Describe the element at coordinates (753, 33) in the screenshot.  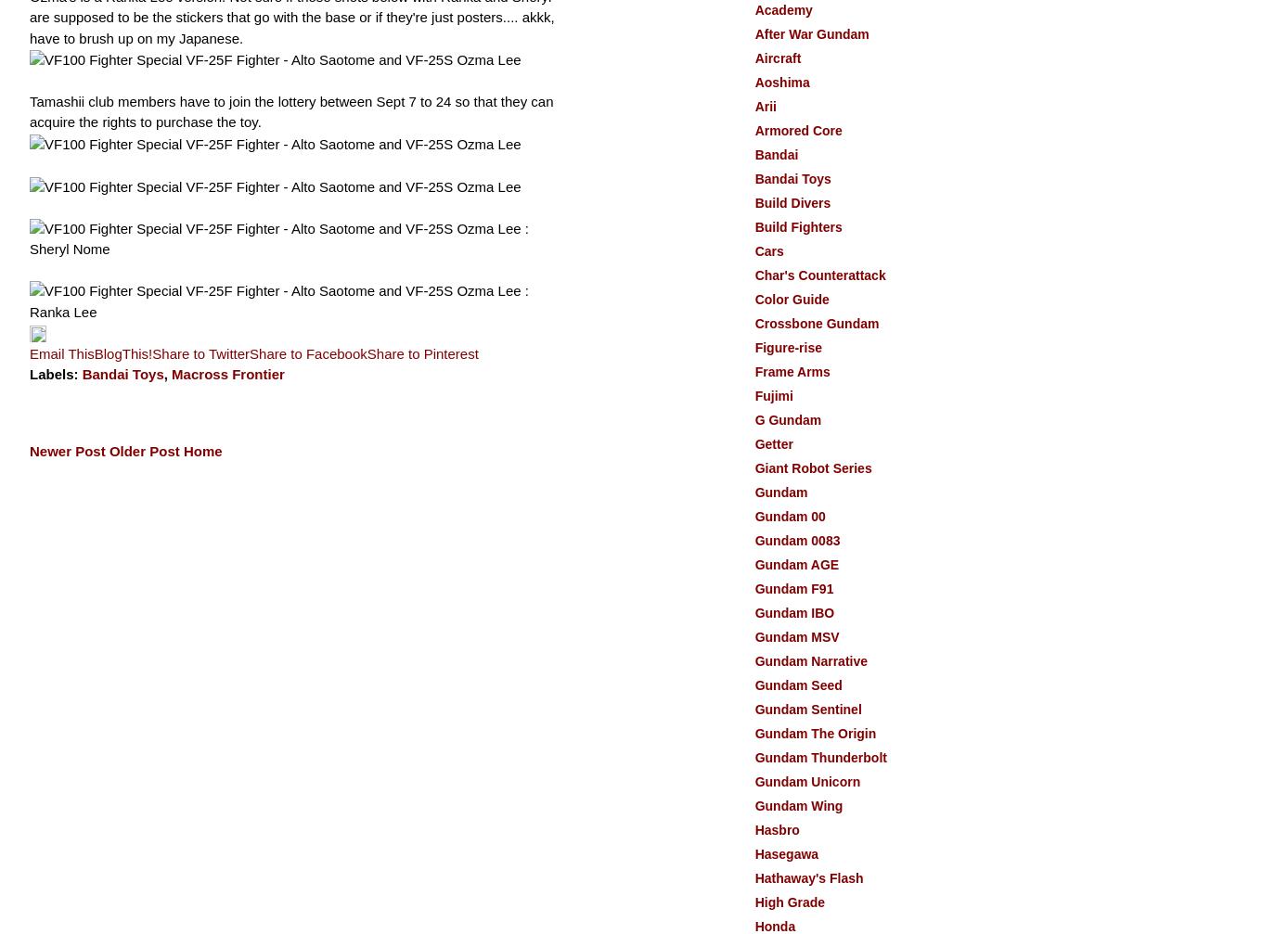
I see `'After War Gundam'` at that location.